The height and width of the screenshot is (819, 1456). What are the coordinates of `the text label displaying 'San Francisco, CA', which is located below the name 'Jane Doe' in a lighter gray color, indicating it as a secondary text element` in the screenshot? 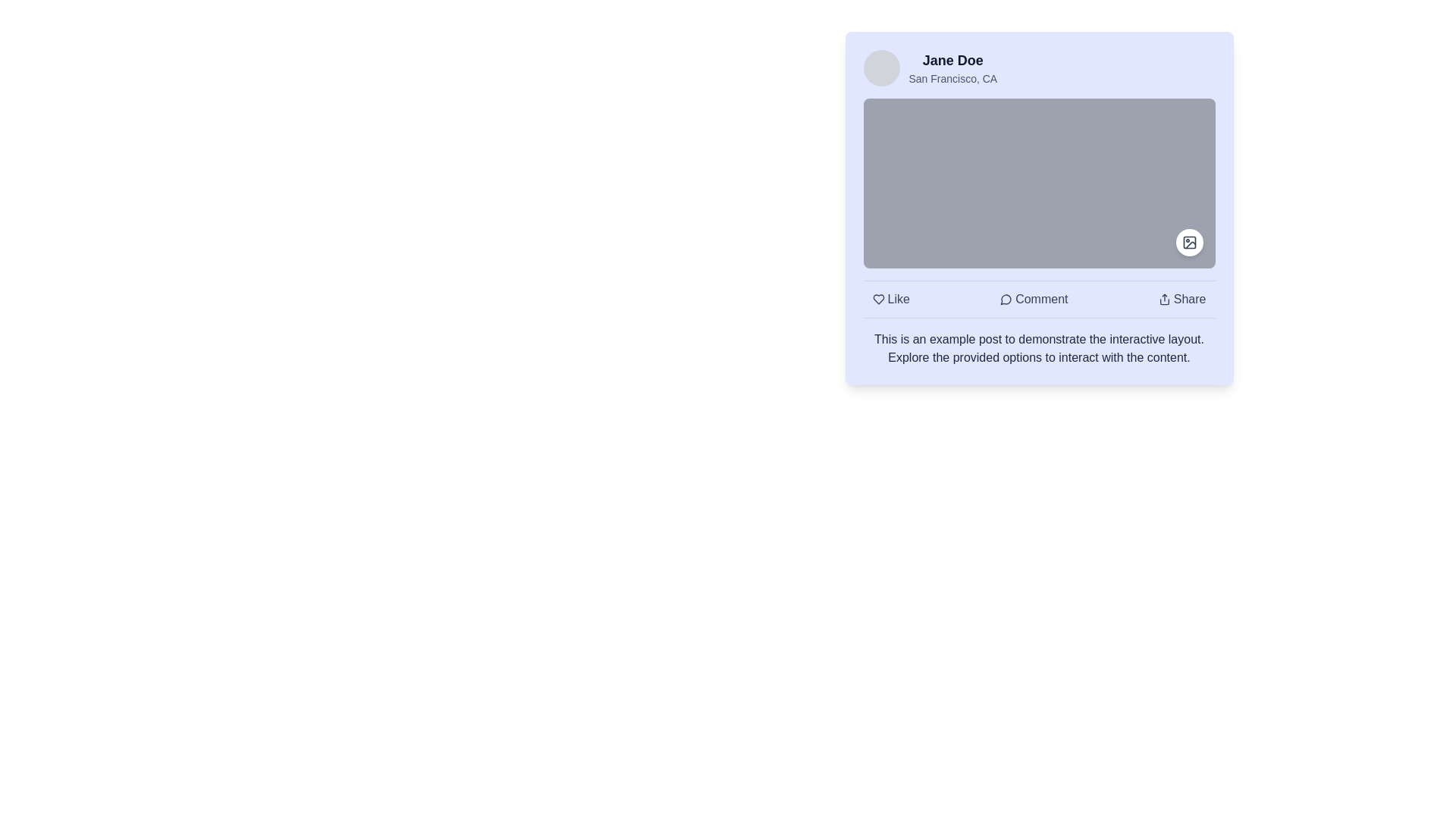 It's located at (952, 79).